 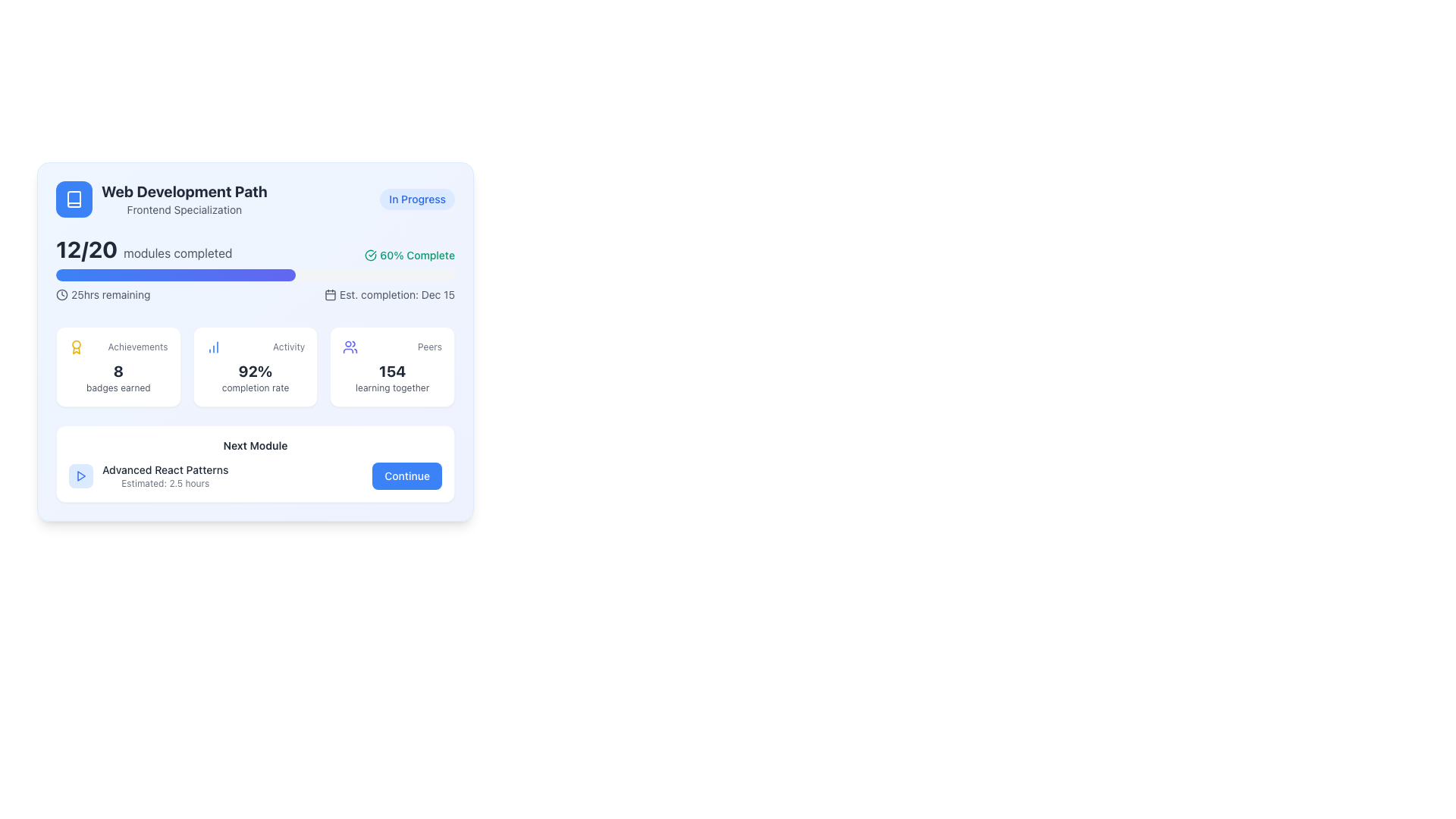 I want to click on the Header section of the card that contains the course title, specialization, and current status, which is located in the upper-left corner of the card layout, so click(x=255, y=198).